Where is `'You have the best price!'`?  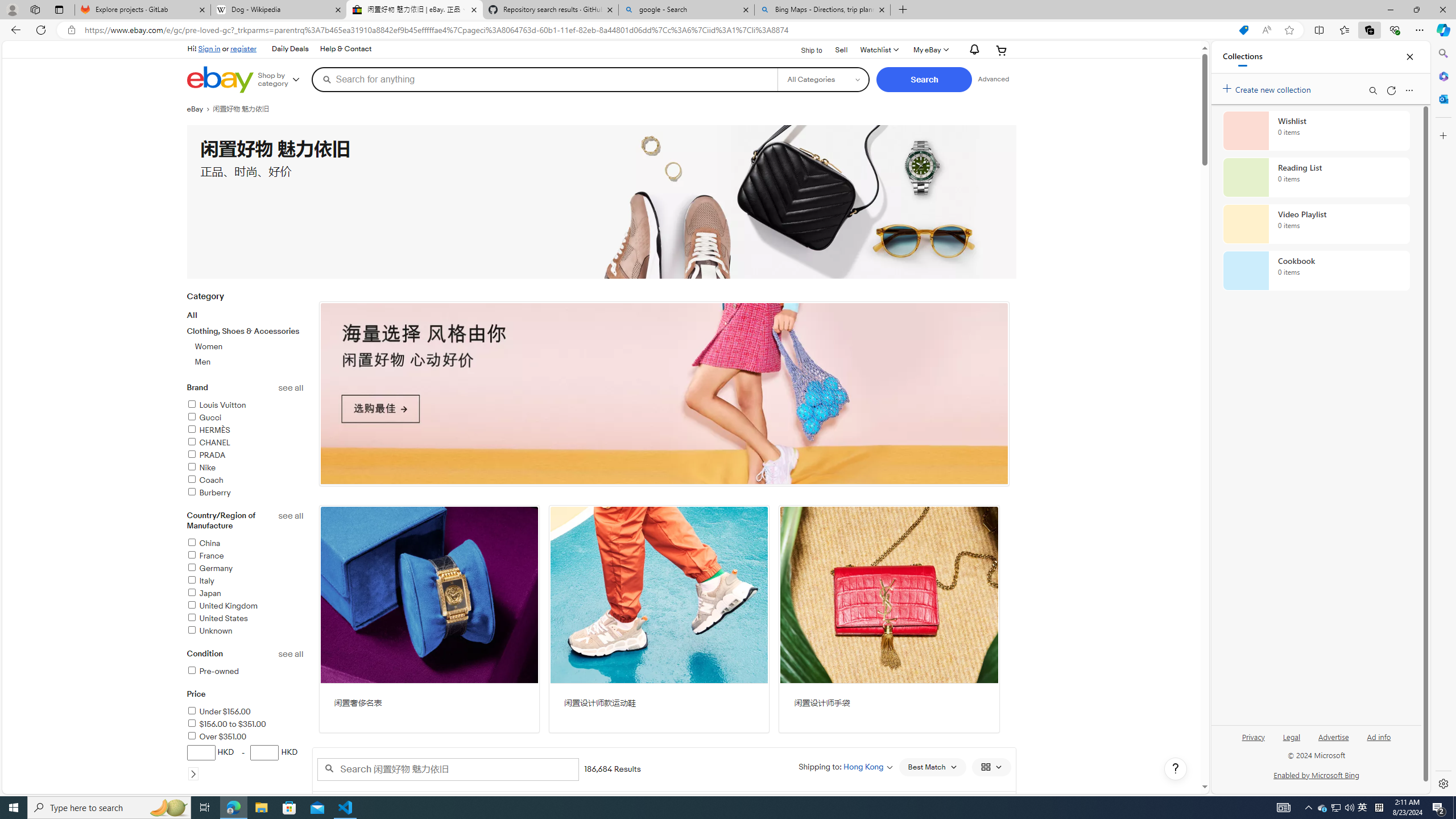
'You have the best price!' is located at coordinates (1243, 30).